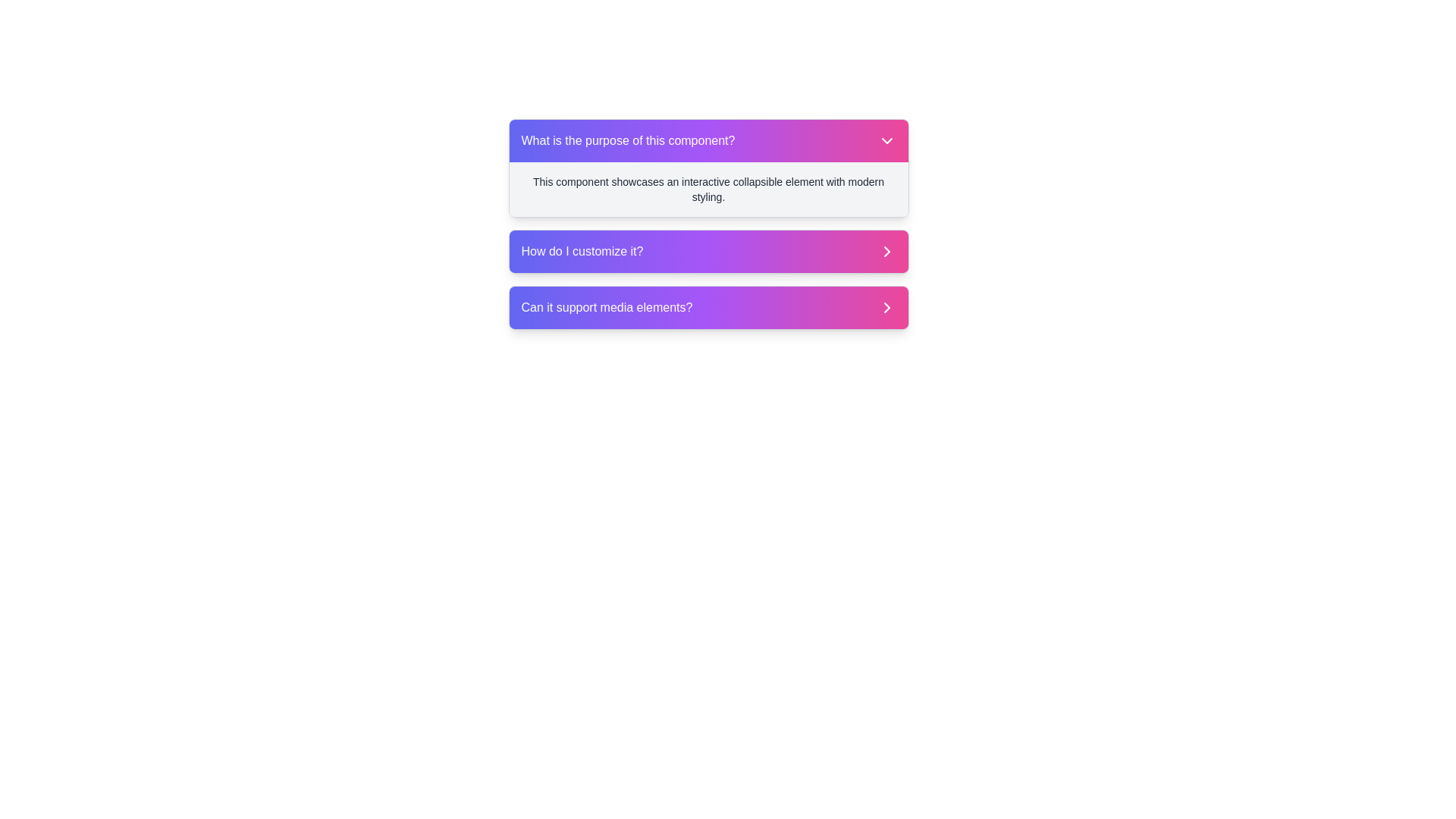 The image size is (1456, 819). I want to click on the chevron icon located within the second button labeled 'How do I customize it?', so click(886, 250).